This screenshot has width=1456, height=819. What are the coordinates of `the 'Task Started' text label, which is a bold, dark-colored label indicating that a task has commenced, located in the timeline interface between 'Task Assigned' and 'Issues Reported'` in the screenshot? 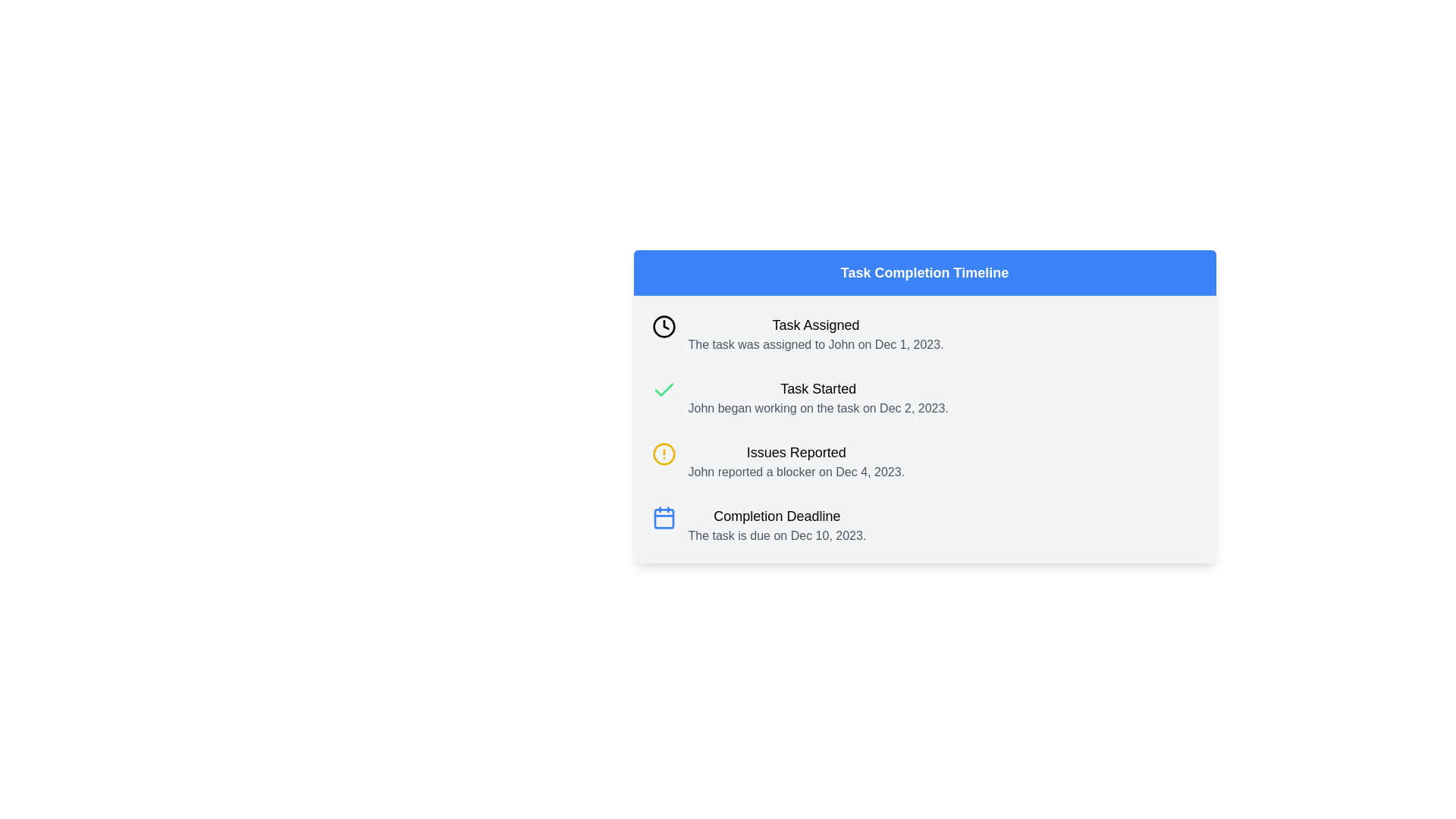 It's located at (817, 388).